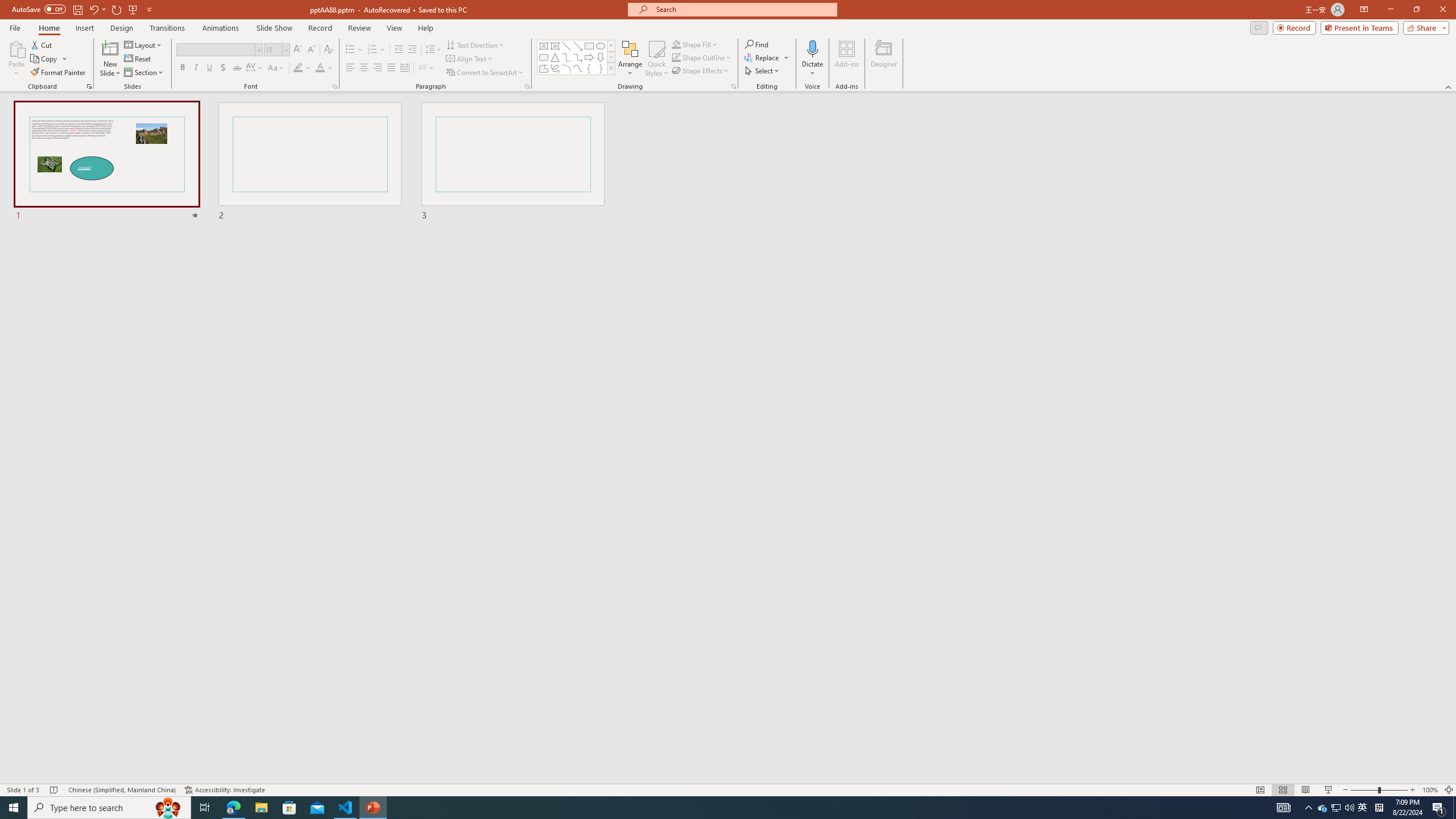  Describe the element at coordinates (1430, 790) in the screenshot. I see `'Zoom 100%'` at that location.